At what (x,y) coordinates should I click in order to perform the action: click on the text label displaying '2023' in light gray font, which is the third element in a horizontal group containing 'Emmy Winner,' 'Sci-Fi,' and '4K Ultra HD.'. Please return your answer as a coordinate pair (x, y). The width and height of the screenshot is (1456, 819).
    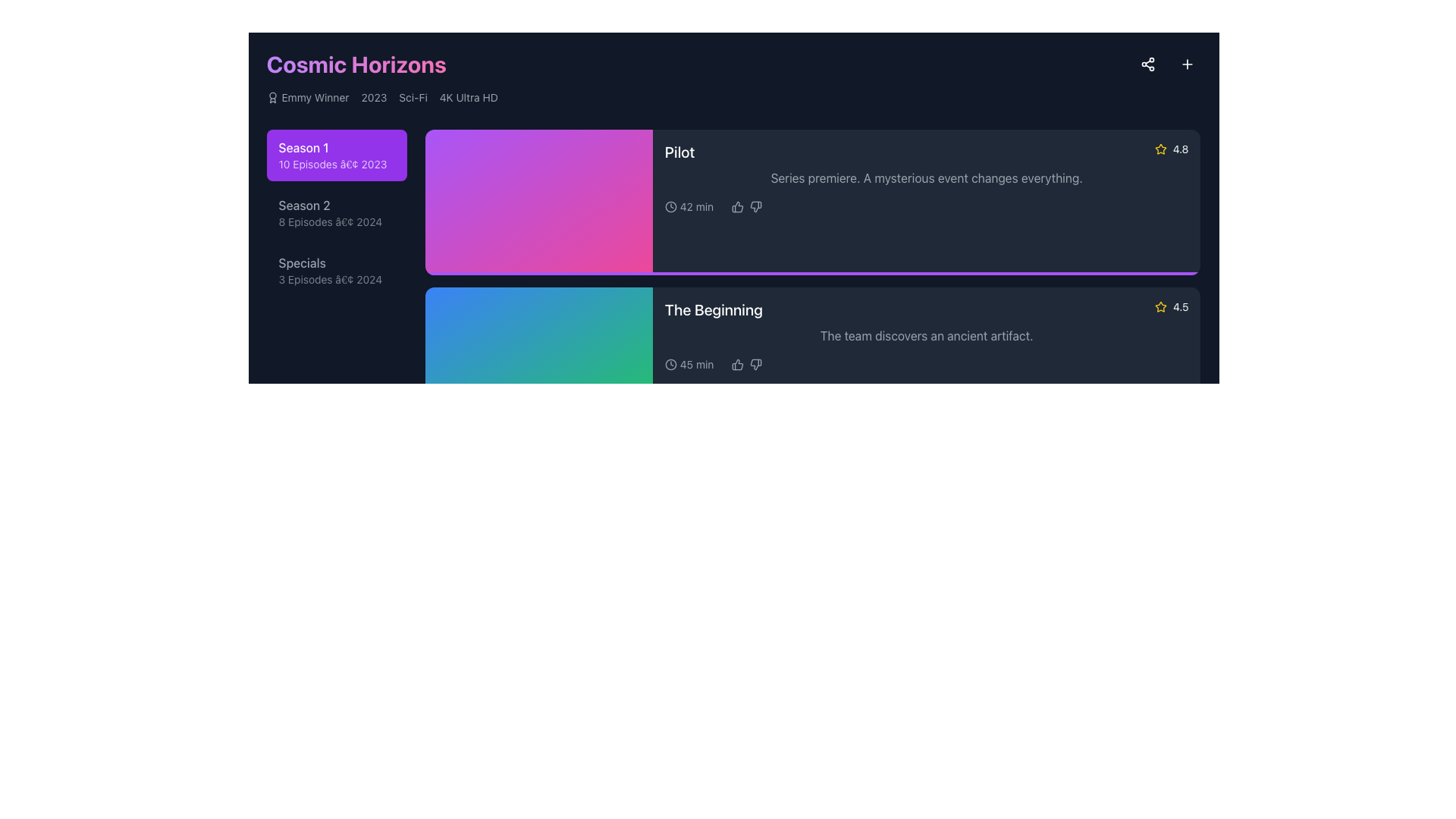
    Looking at the image, I should click on (374, 97).